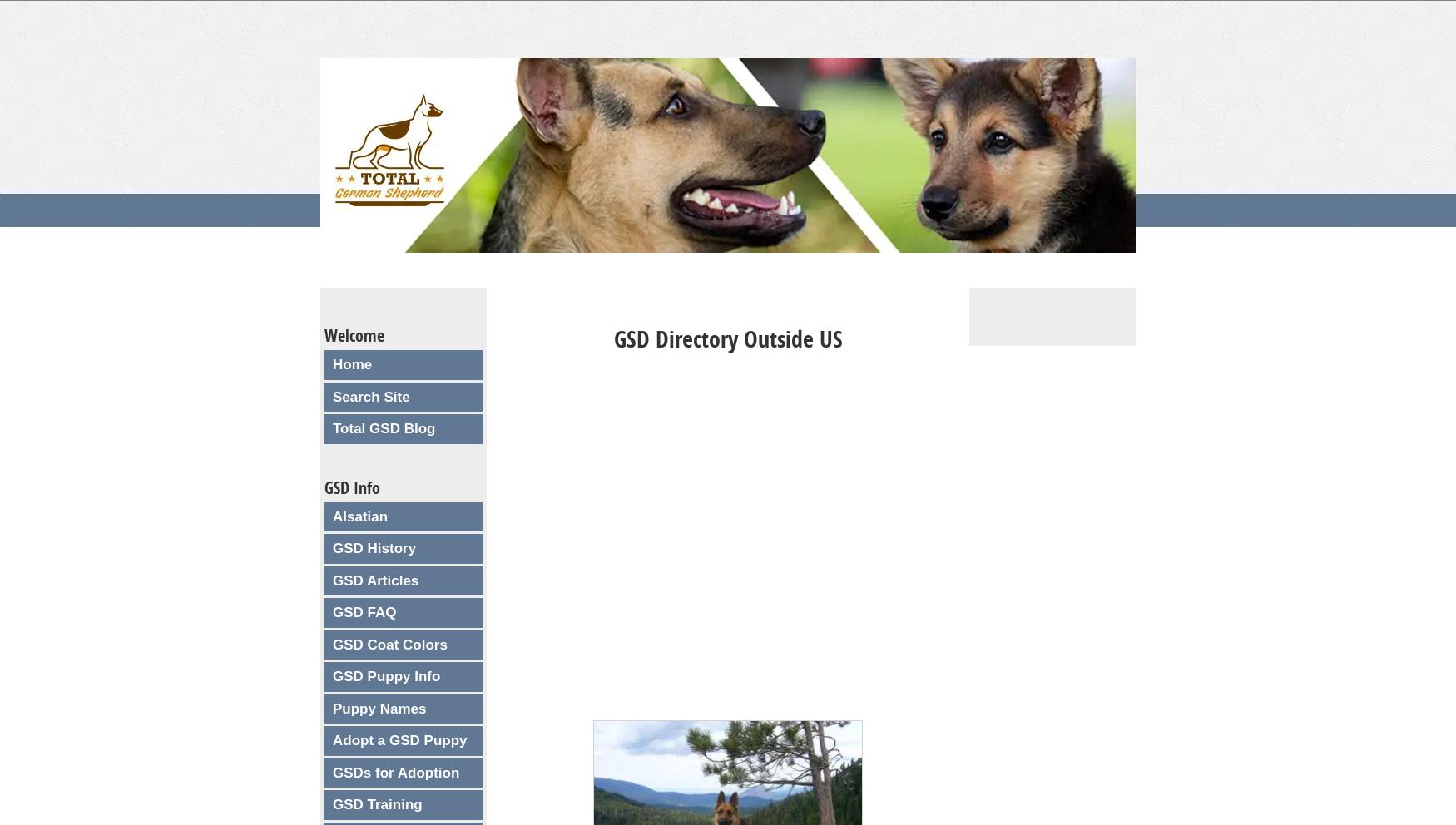 This screenshot has width=1456, height=825. What do you see at coordinates (721, 437) in the screenshot?
I see `'Thanks for visiting this German Shepherd breeder directory.
You're on the page of our German Shepherd breeder directory currently
listing German Shepherd breeders outside the United States - all over
the US, Canada, Europe and many other countries.'` at bounding box center [721, 437].